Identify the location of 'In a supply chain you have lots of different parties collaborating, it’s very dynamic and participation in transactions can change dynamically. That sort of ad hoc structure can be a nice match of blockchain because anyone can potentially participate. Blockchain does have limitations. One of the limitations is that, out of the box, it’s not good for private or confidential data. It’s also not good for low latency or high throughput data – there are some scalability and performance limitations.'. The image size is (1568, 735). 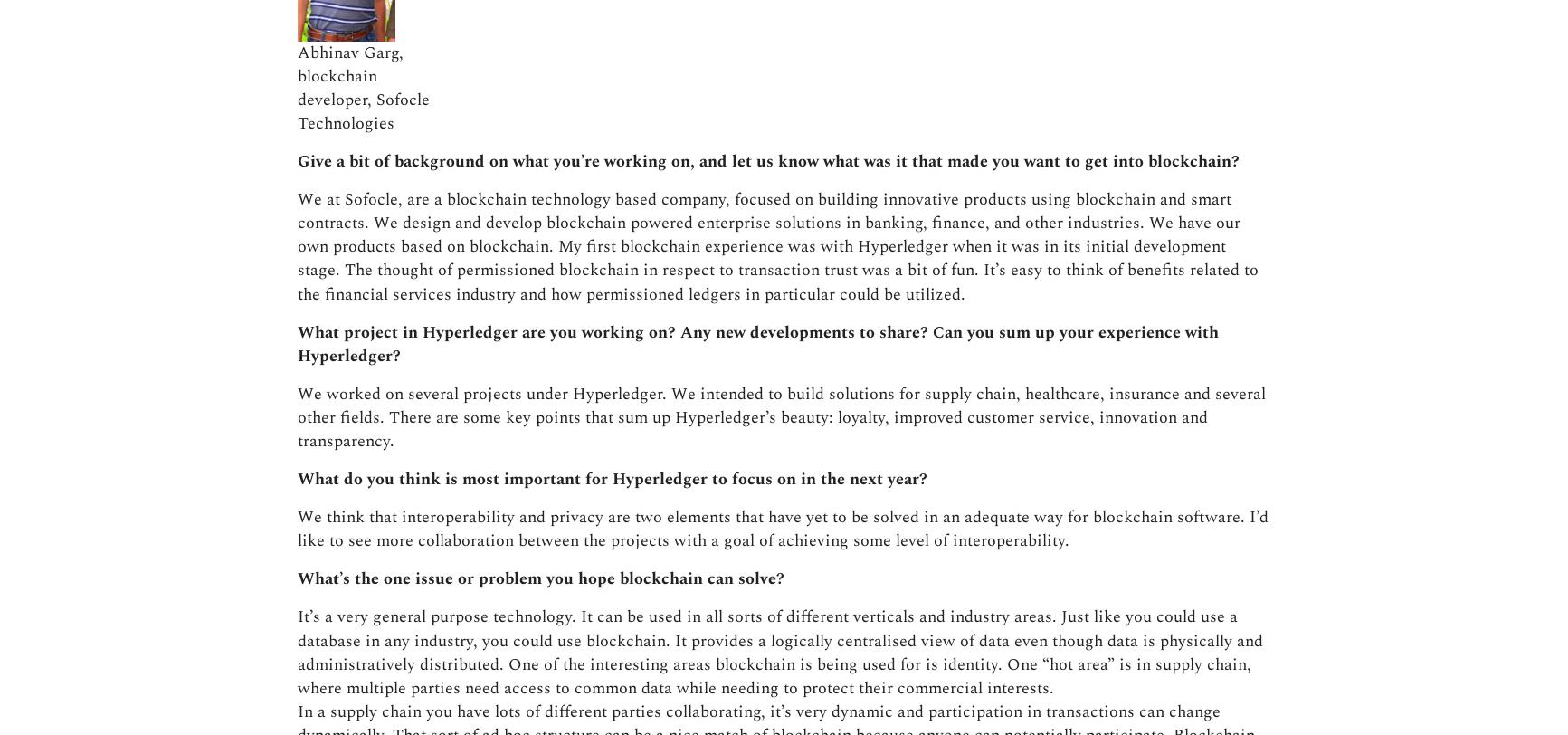
(781, 367).